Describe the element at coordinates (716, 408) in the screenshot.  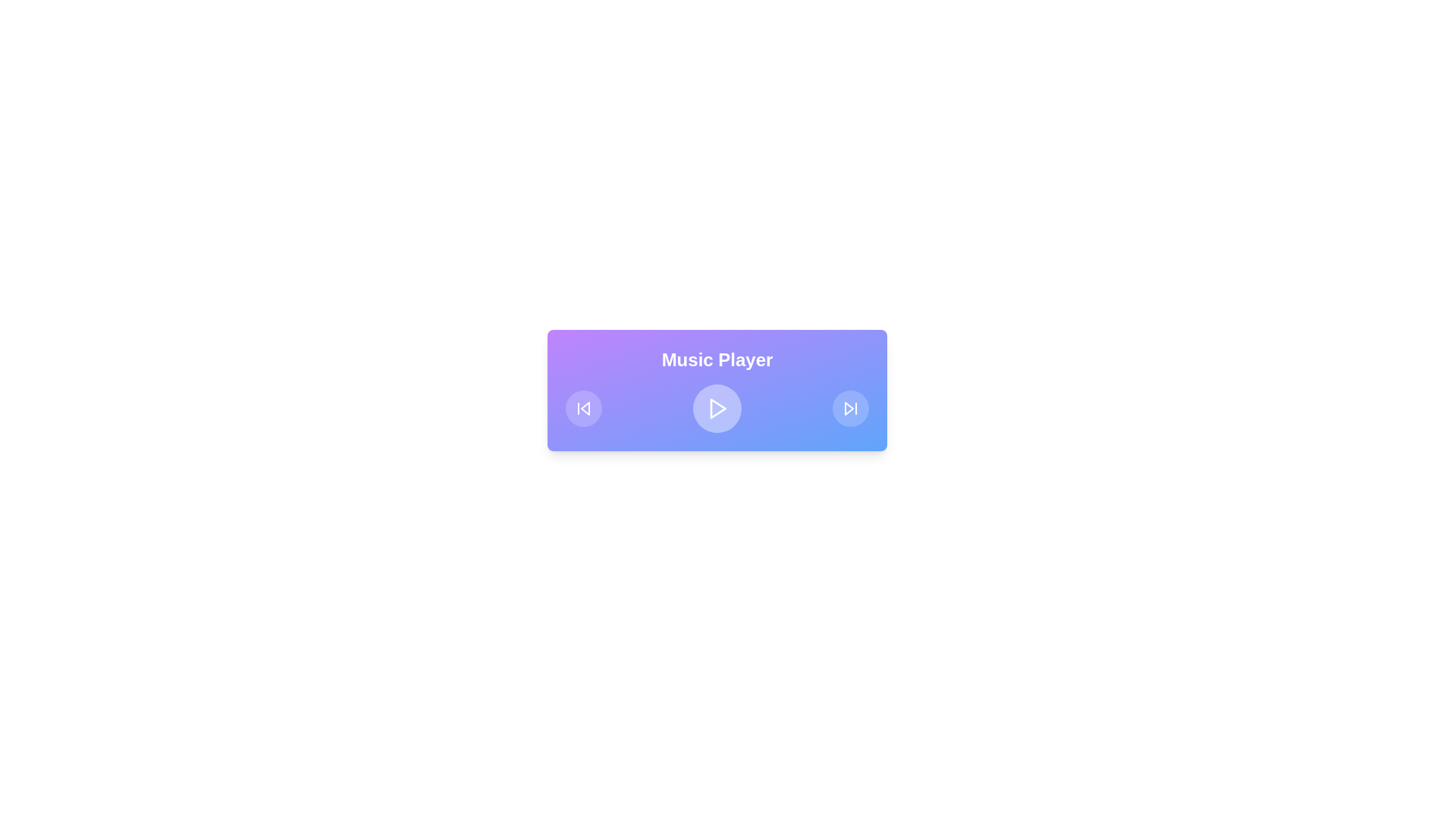
I see `the Play button located at the center of the horizontal music player controller to initiate or pause media playback` at that location.